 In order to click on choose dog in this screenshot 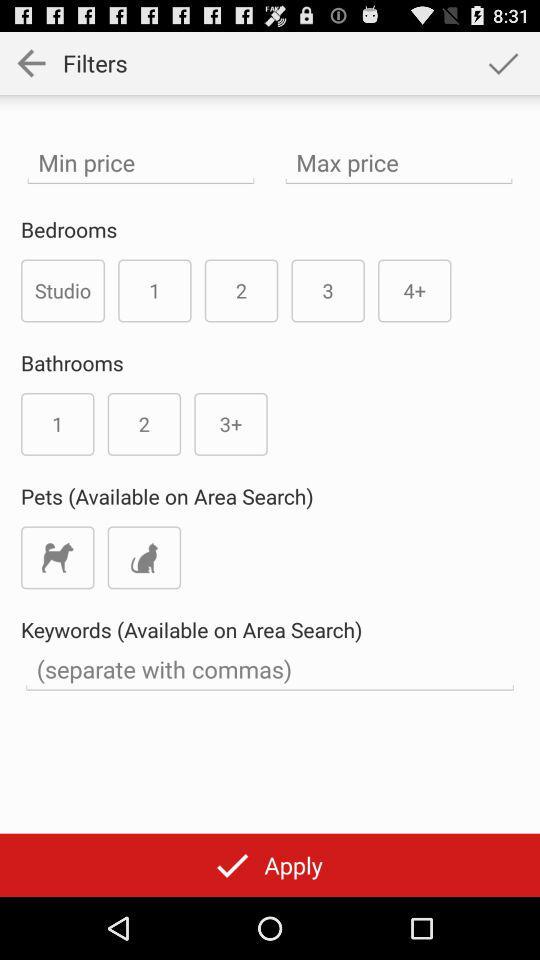, I will do `click(57, 557)`.